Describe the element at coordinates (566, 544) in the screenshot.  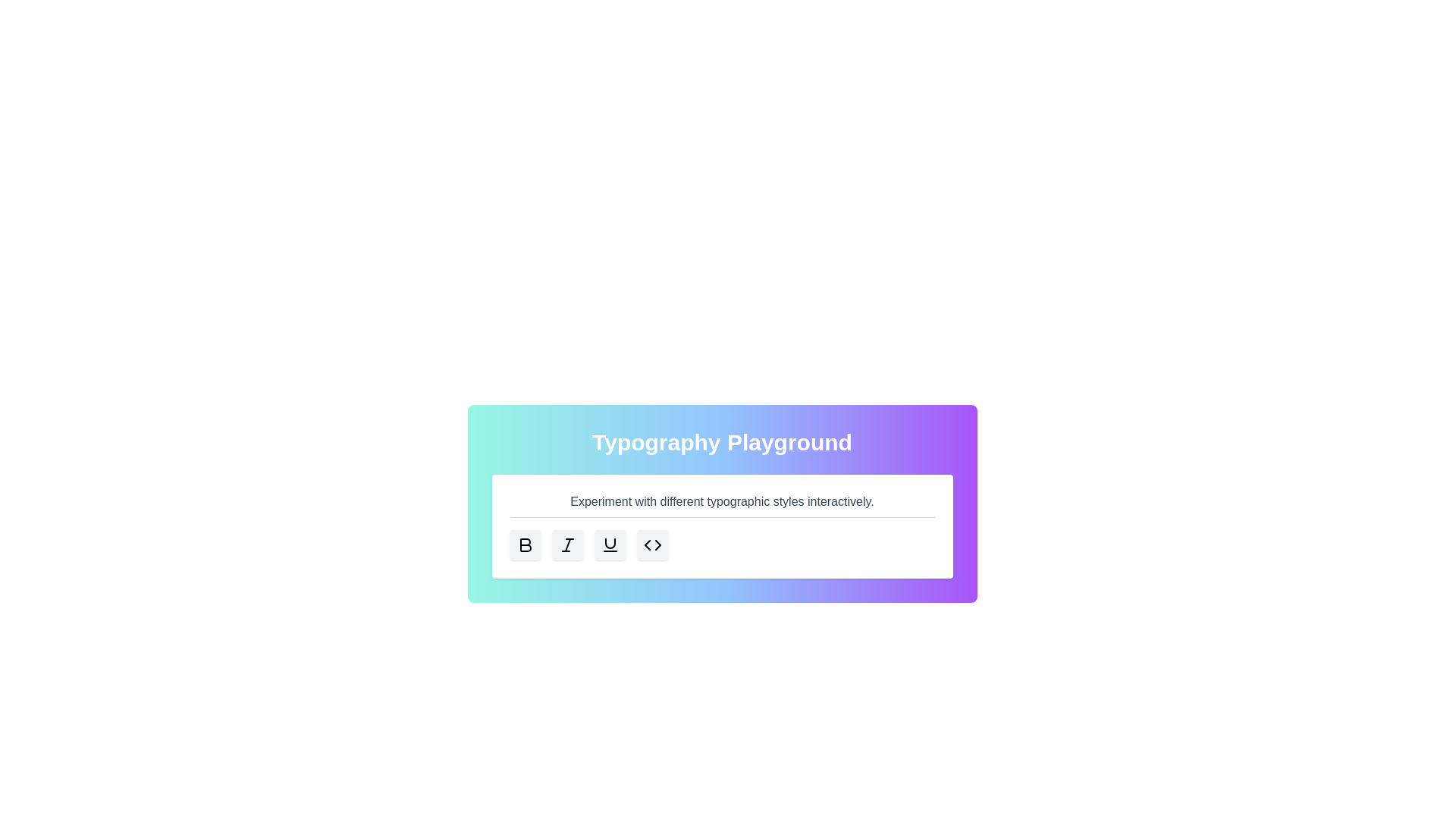
I see `the square button with rounded corners that has a light grey background and an italicized letter 'I' in black` at that location.